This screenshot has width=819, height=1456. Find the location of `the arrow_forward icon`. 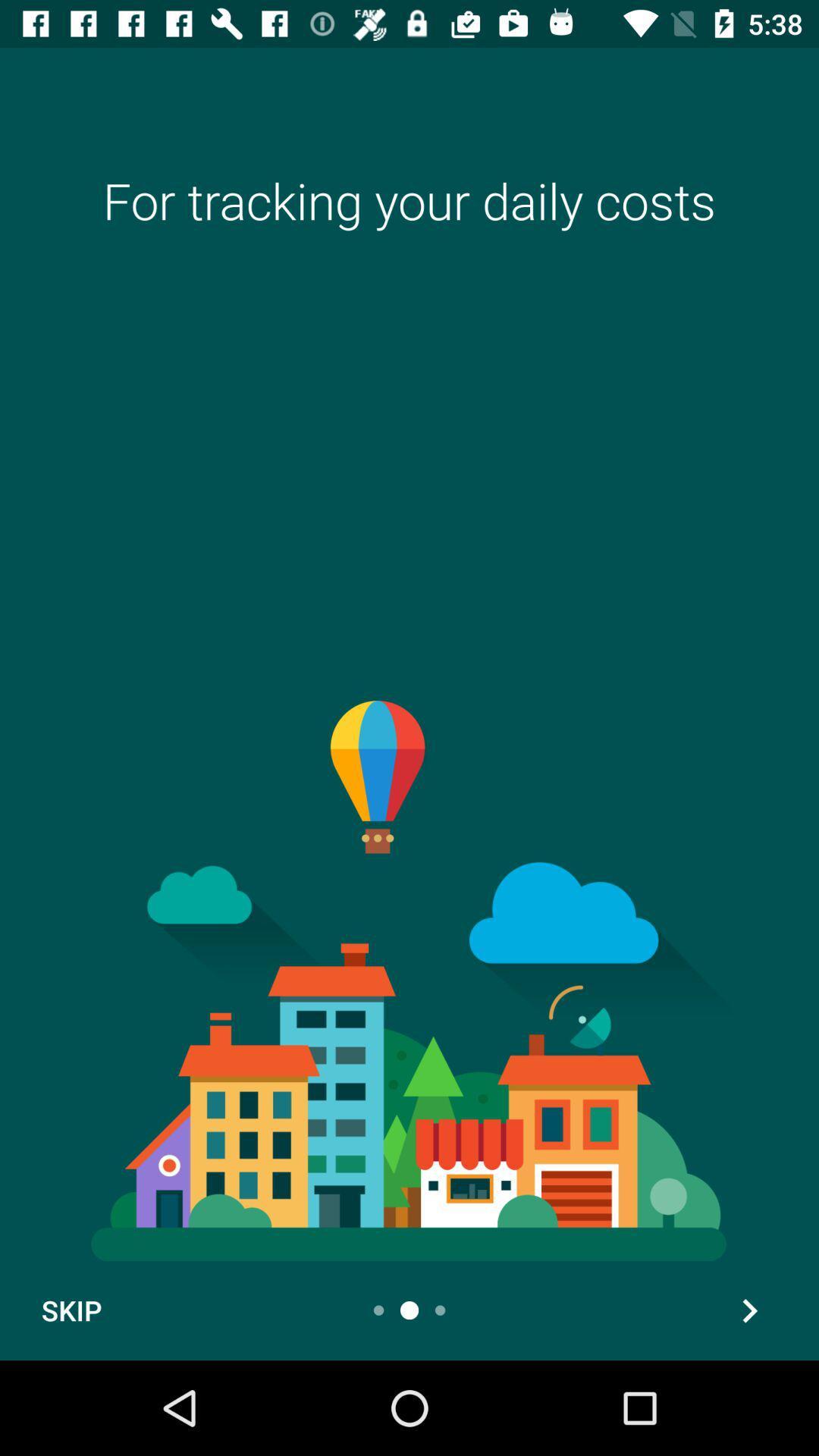

the arrow_forward icon is located at coordinates (748, 1310).